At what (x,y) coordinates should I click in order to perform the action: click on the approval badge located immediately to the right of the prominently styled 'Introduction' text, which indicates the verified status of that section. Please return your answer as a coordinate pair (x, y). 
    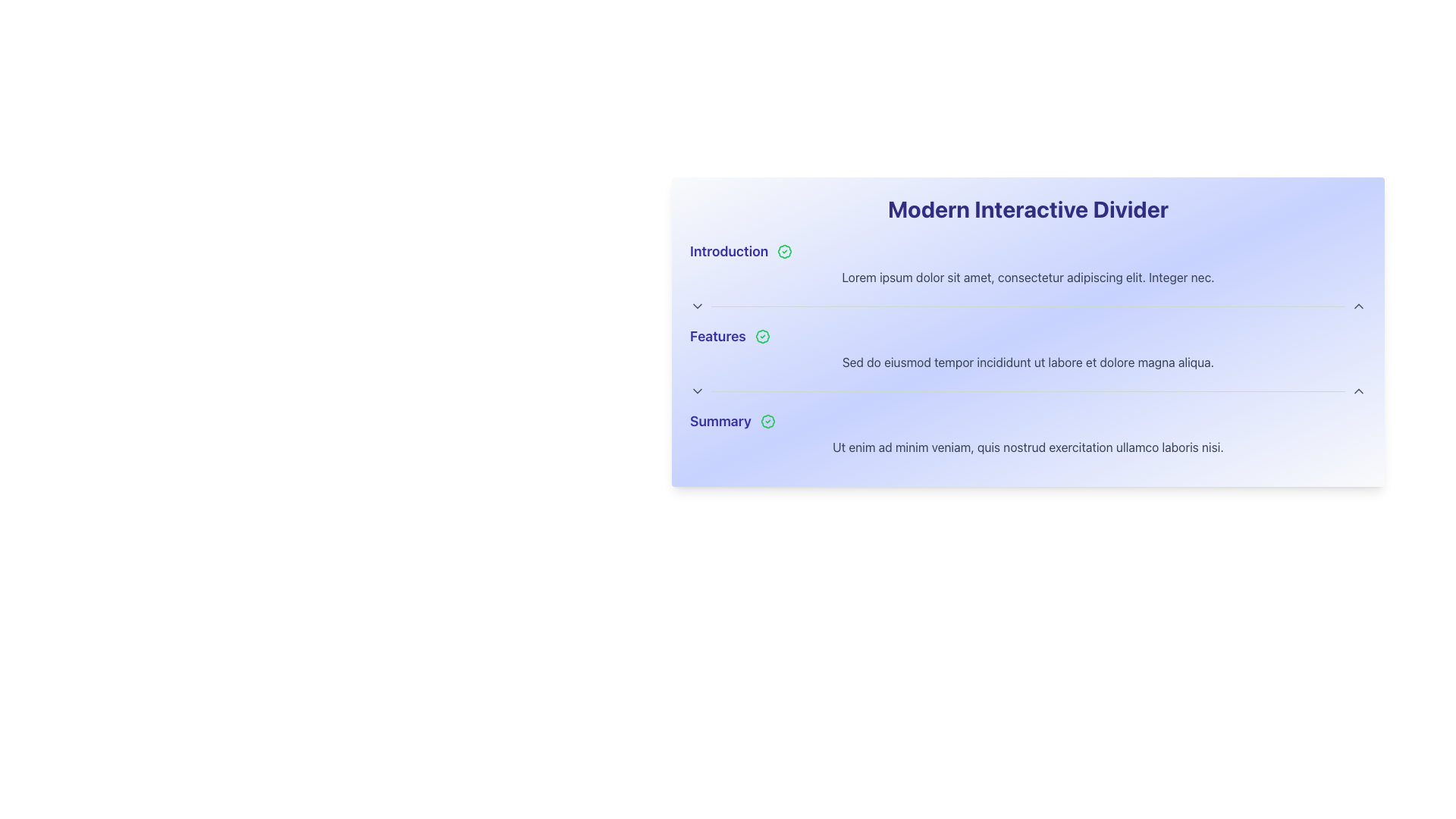
    Looking at the image, I should click on (785, 250).